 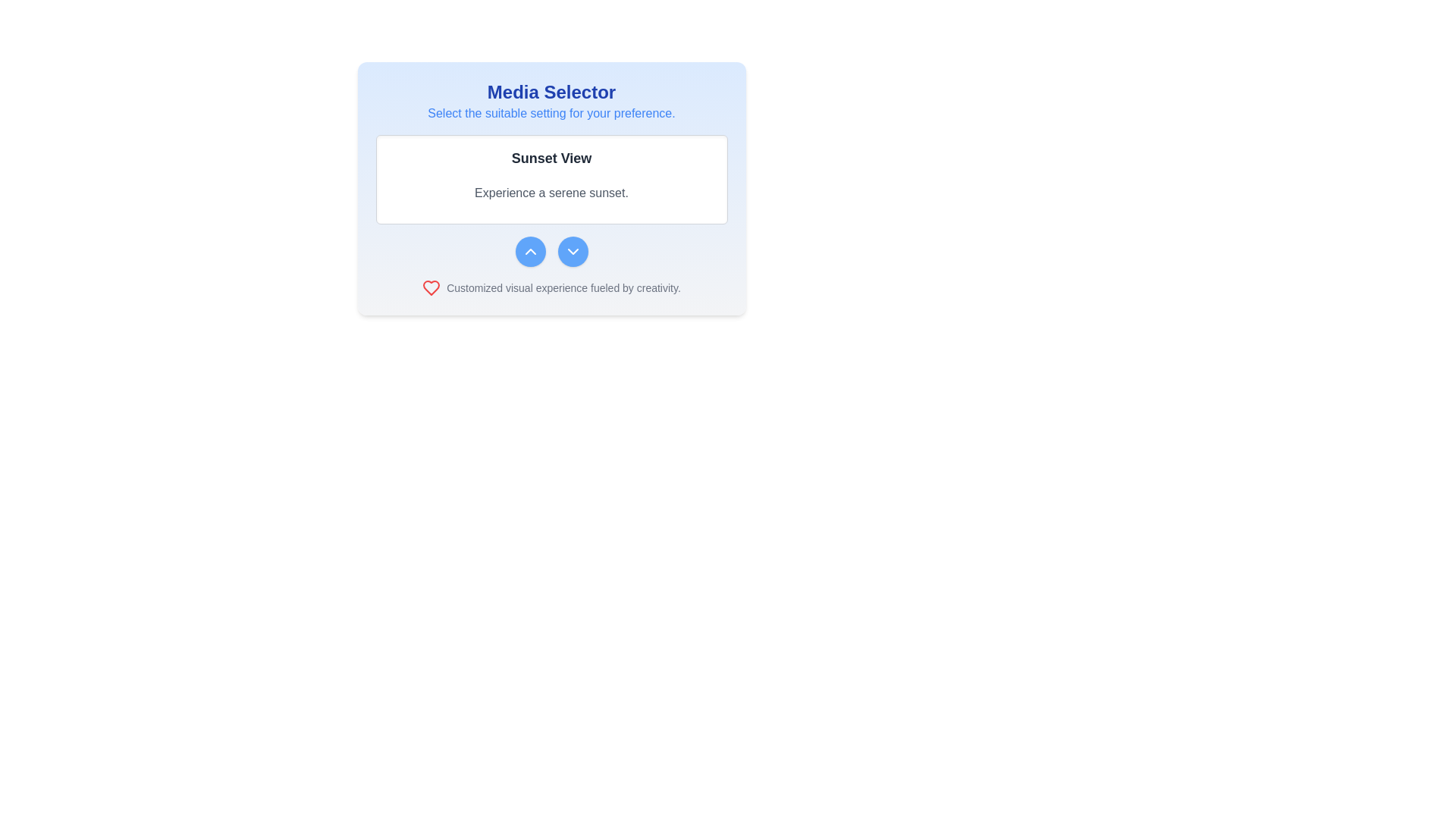 What do you see at coordinates (551, 250) in the screenshot?
I see `the upward arrow of the Interactive button pair located below the 'Sunset View' title to increment a value` at bounding box center [551, 250].